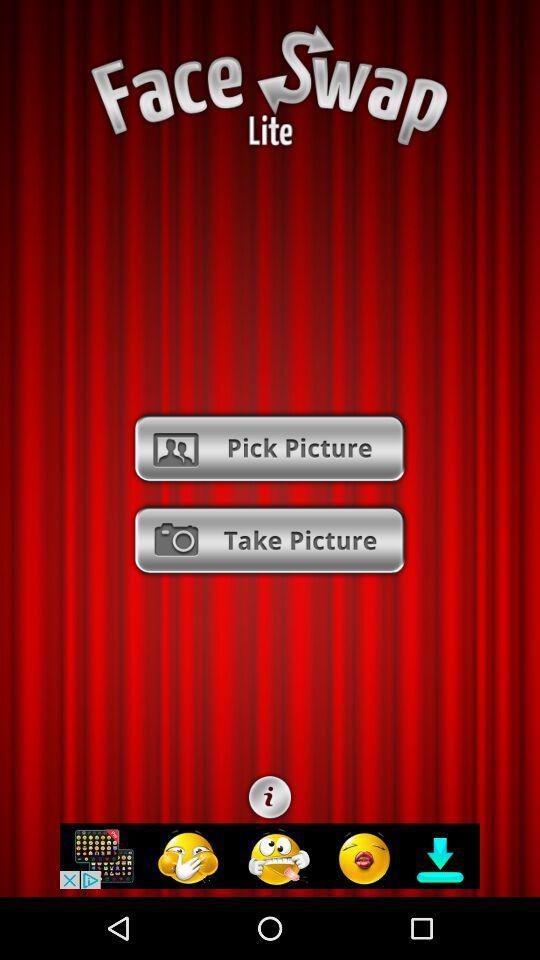 Image resolution: width=540 pixels, height=960 pixels. Describe the element at coordinates (269, 539) in the screenshot. I see `the option` at that location.